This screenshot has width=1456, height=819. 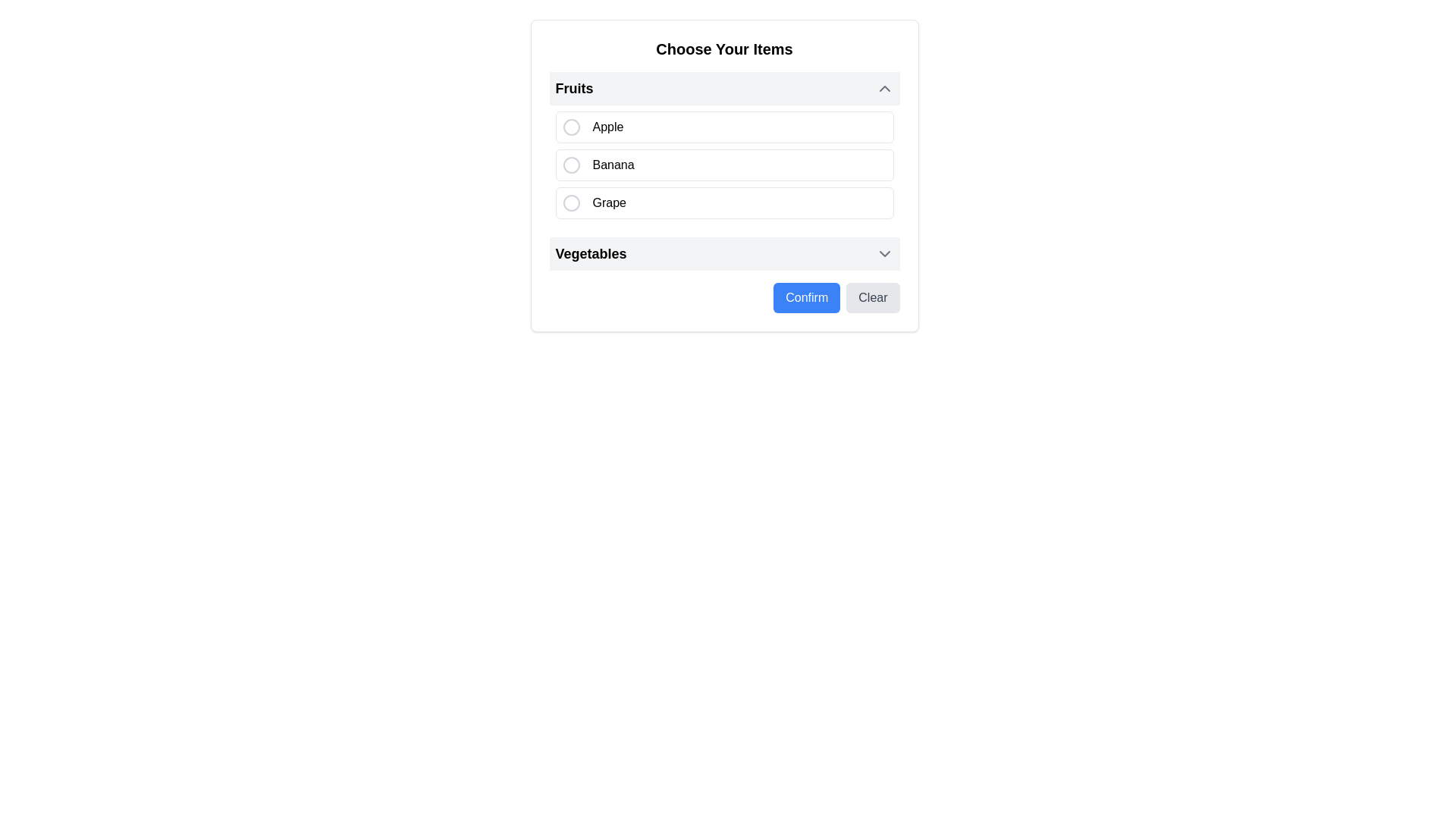 I want to click on the chevron-down icon located immediately to the right of the 'Vegetables' text, so click(x=884, y=253).